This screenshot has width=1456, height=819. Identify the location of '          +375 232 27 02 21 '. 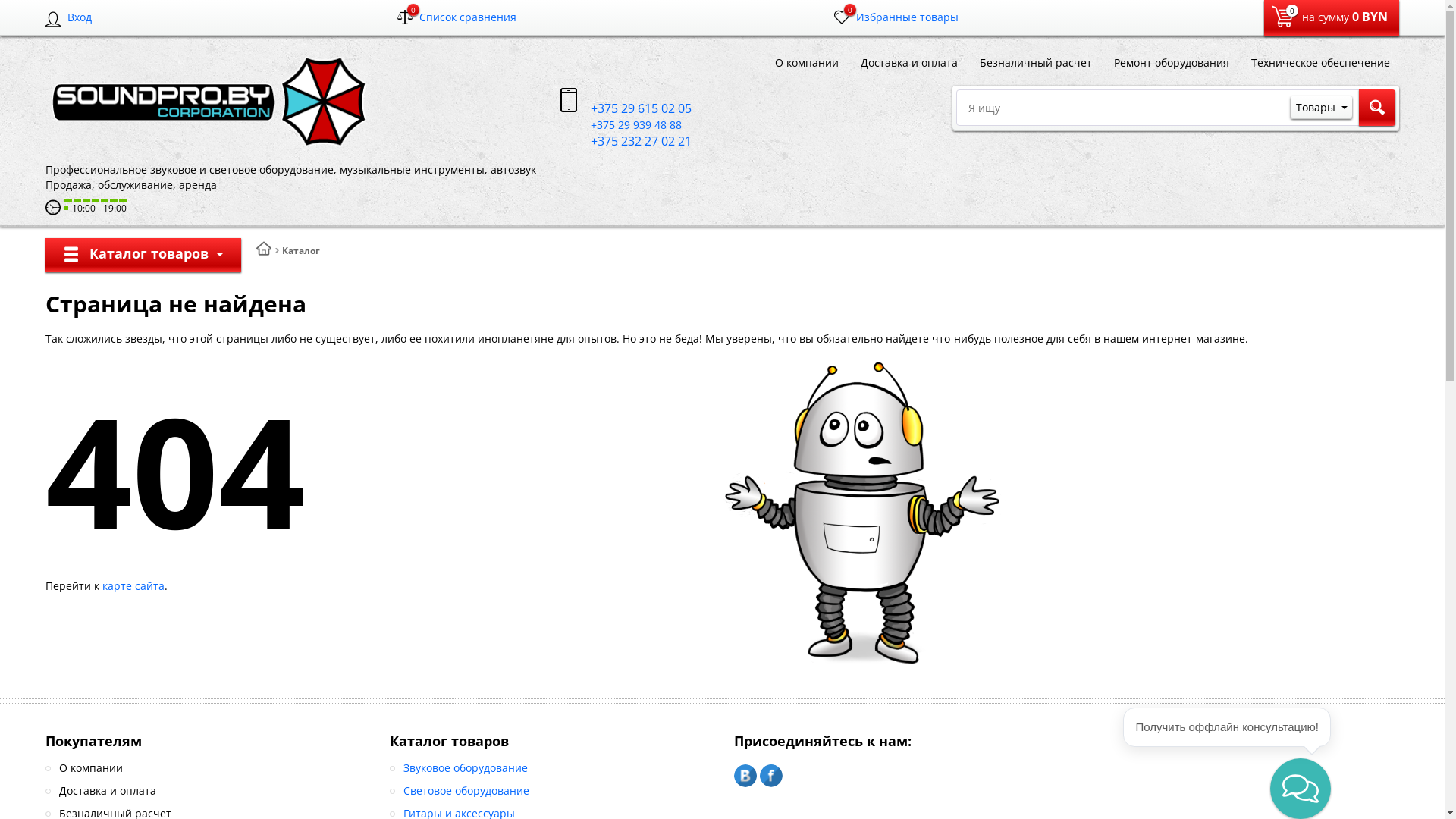
(627, 141).